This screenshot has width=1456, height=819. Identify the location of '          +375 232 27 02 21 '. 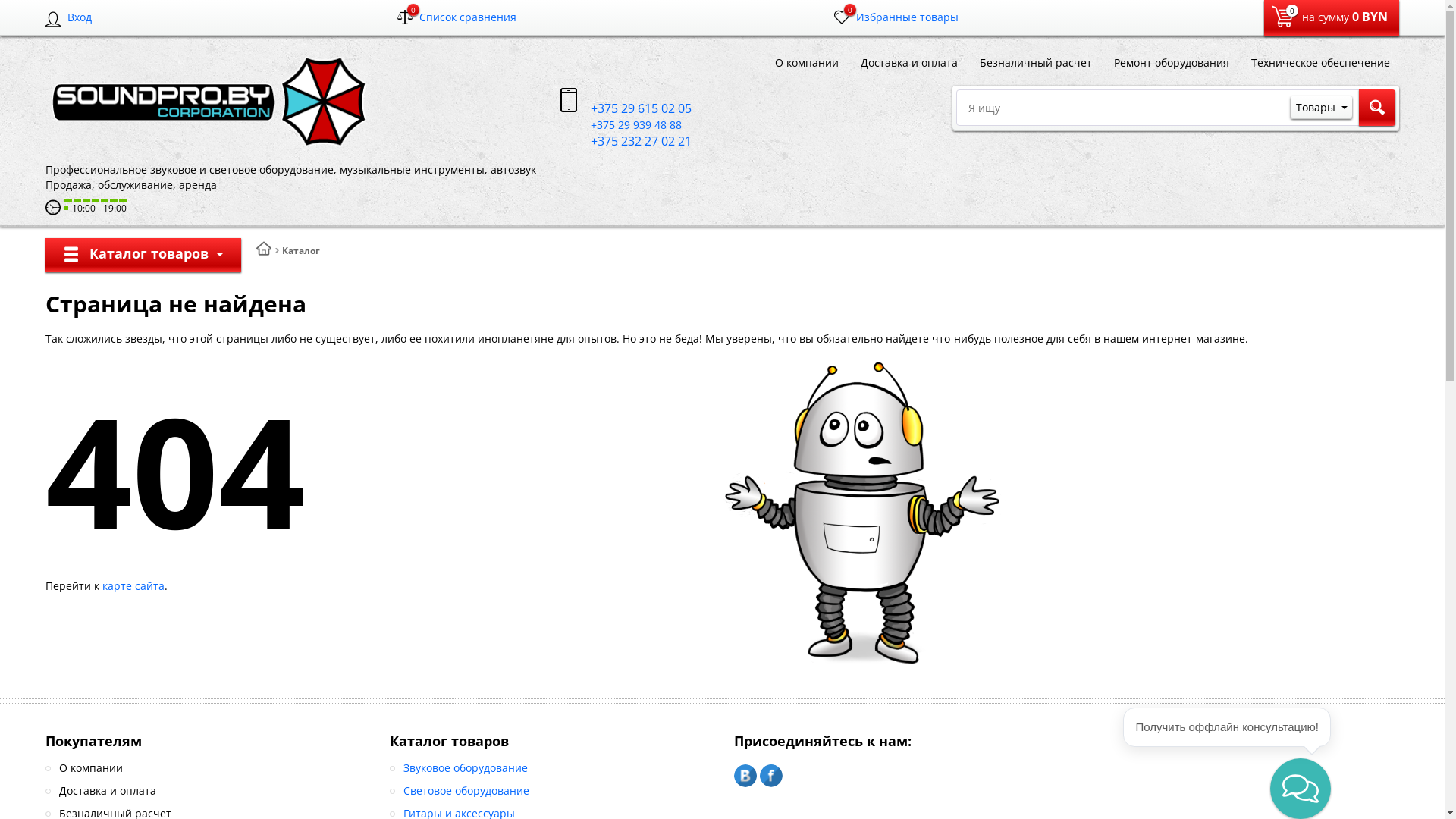
(627, 141).